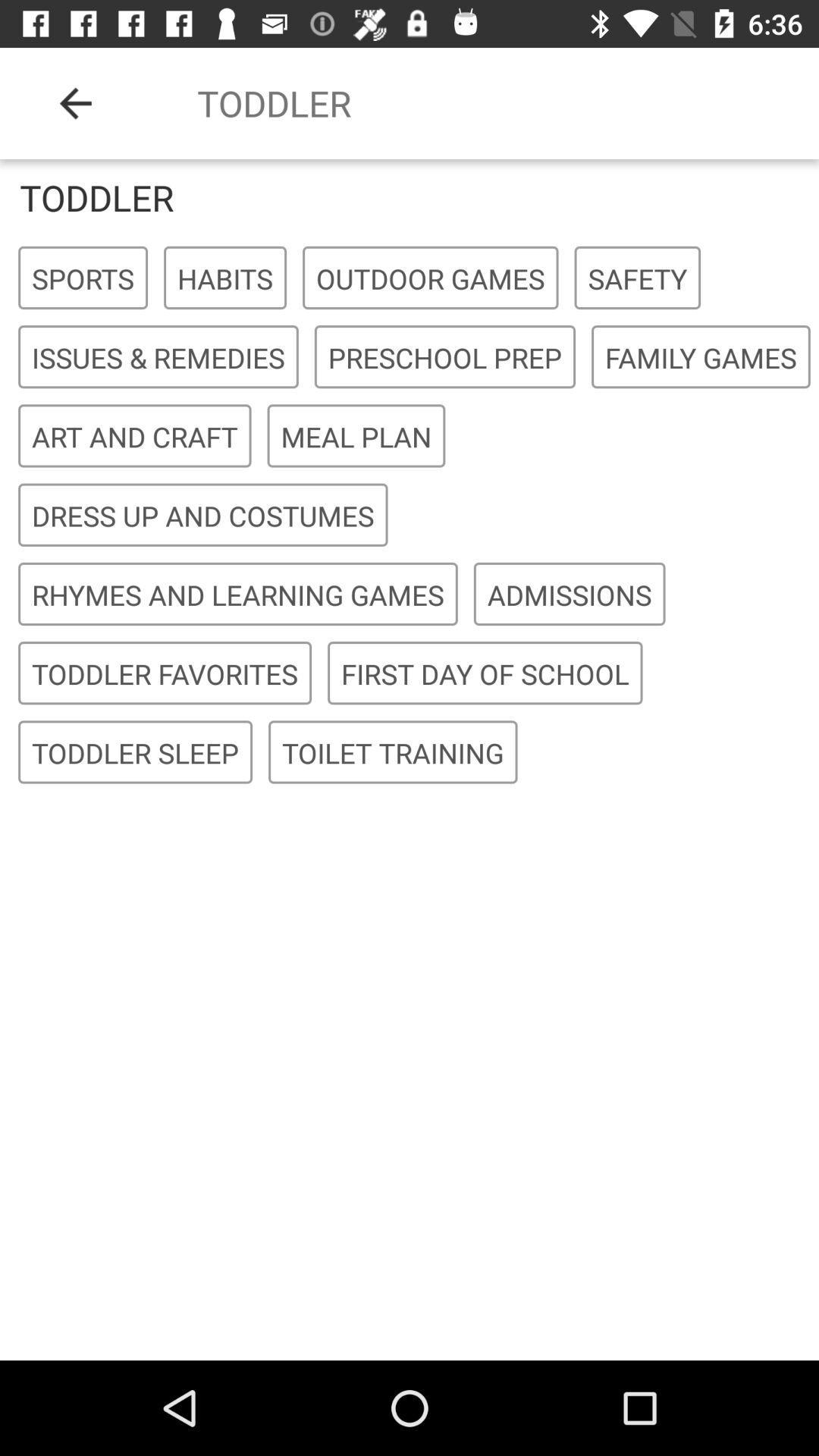 The height and width of the screenshot is (1456, 819). I want to click on the admissions icon, so click(570, 594).